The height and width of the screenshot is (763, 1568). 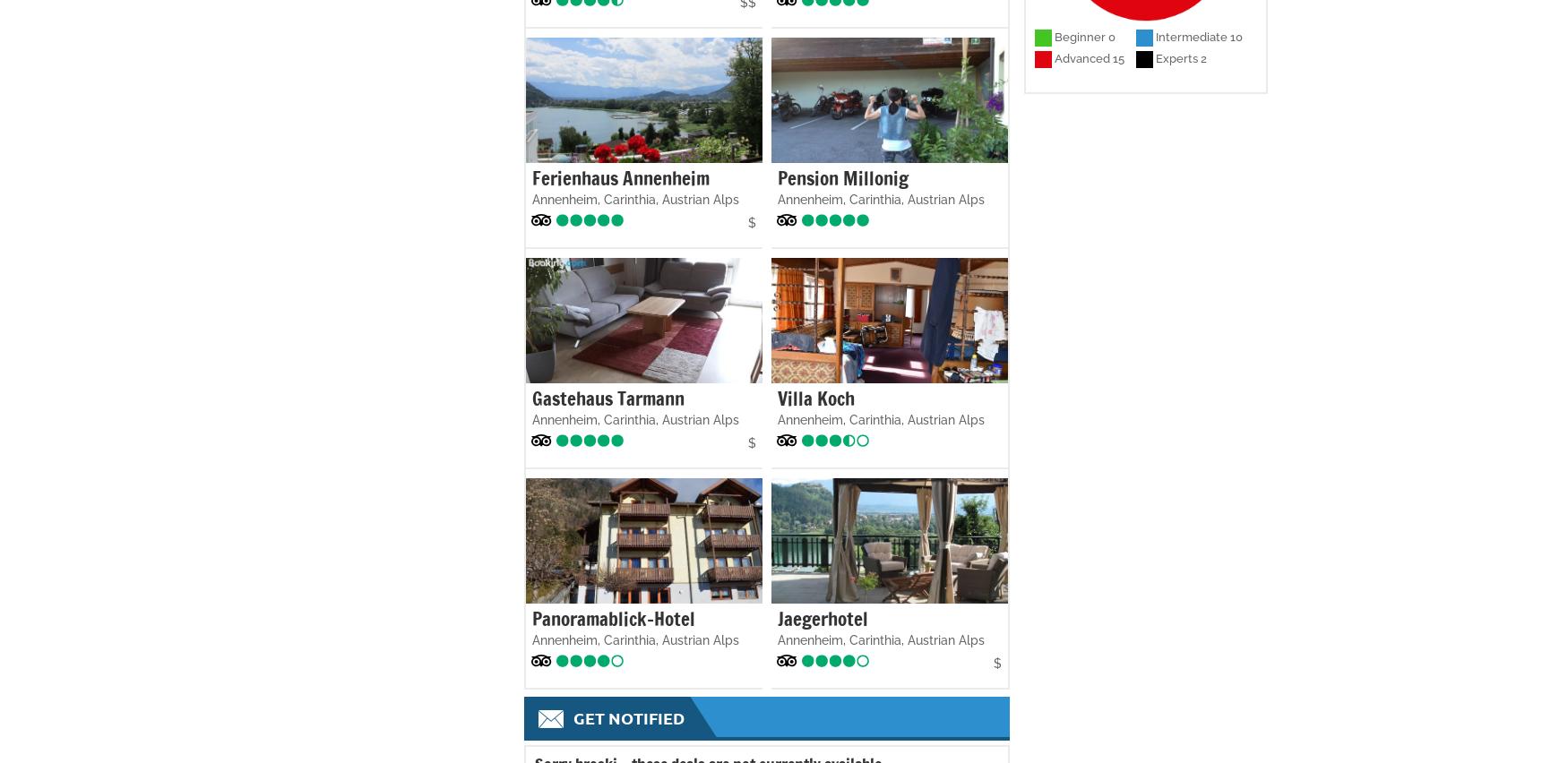 What do you see at coordinates (1198, 37) in the screenshot?
I see `'Intermediate 10'` at bounding box center [1198, 37].